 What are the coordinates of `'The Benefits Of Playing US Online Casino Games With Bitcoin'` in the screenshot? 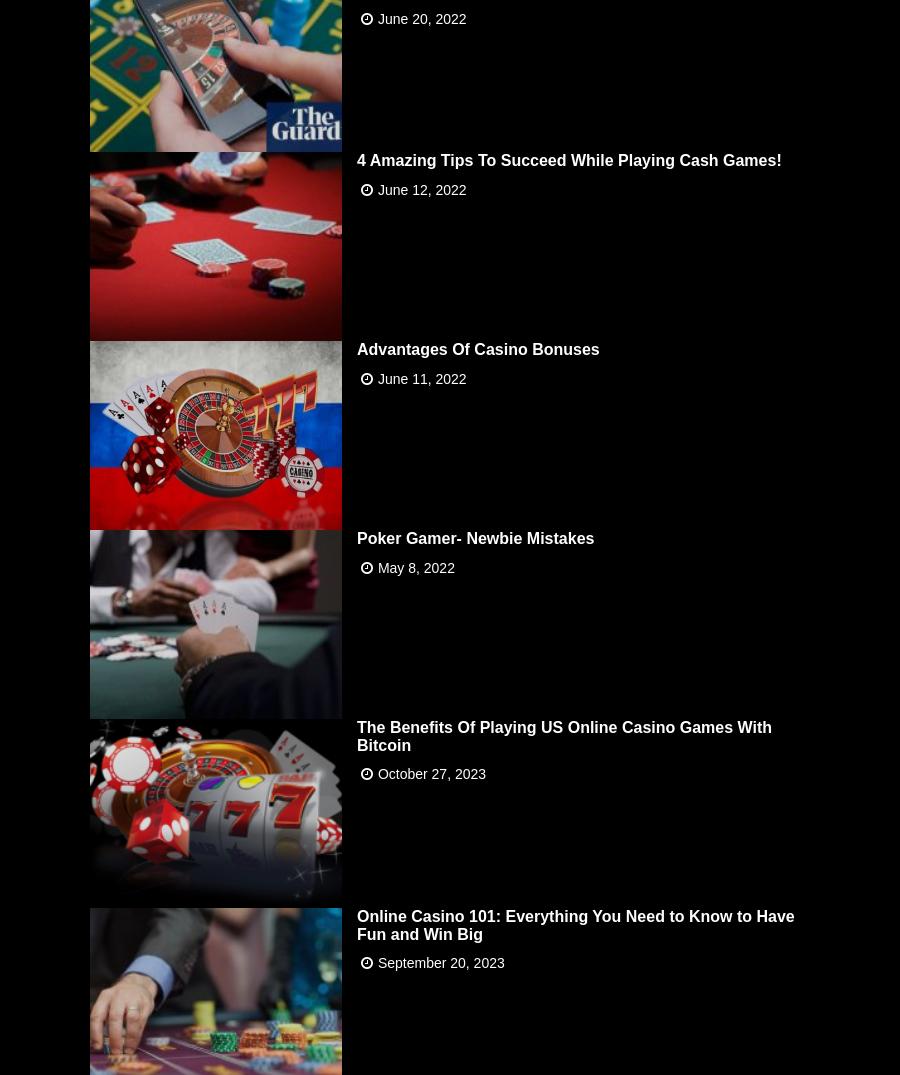 It's located at (564, 734).